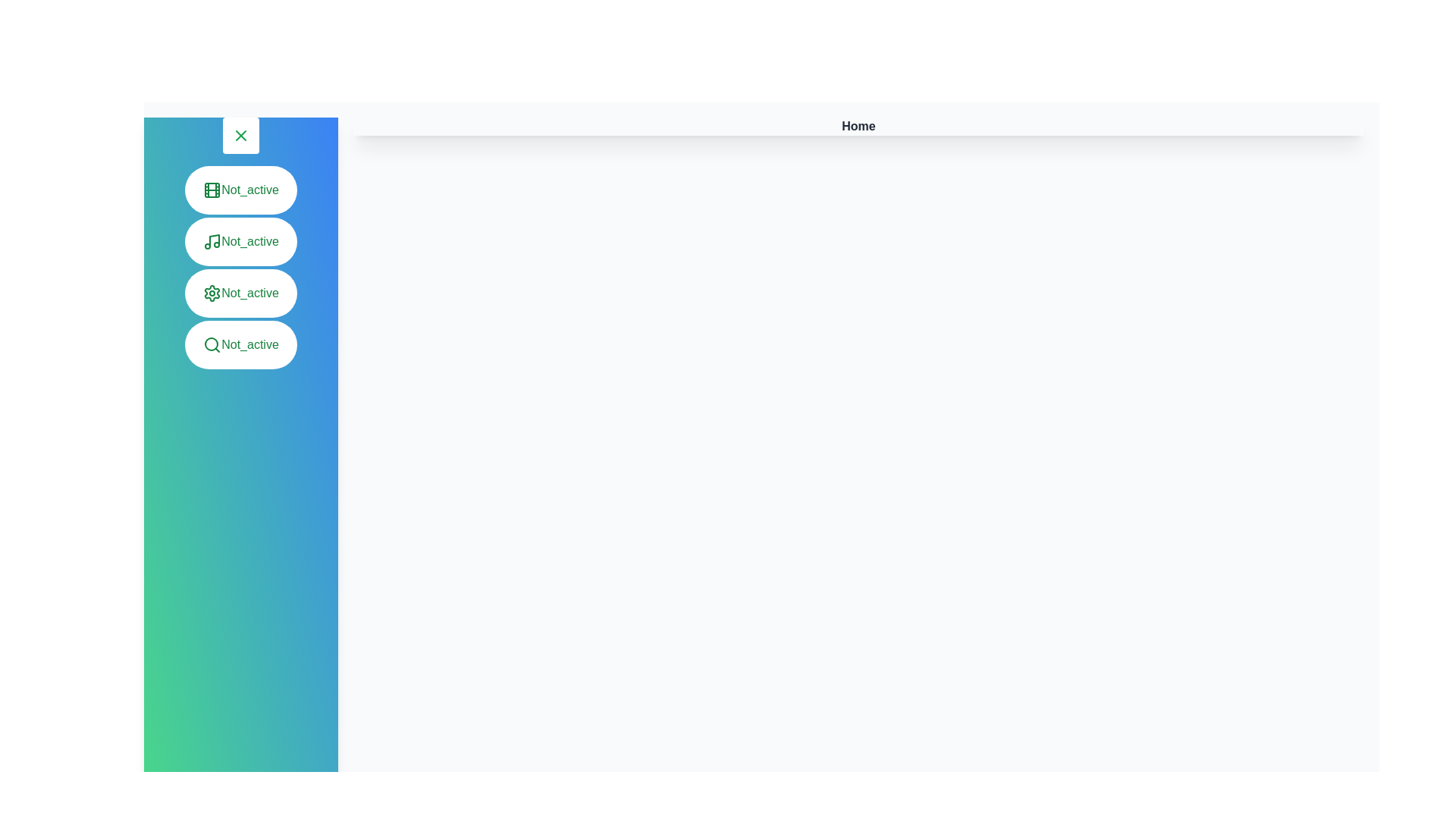  What do you see at coordinates (240, 134) in the screenshot?
I see `the toggle button in the top-left corner of the drawer to change its open/close state` at bounding box center [240, 134].